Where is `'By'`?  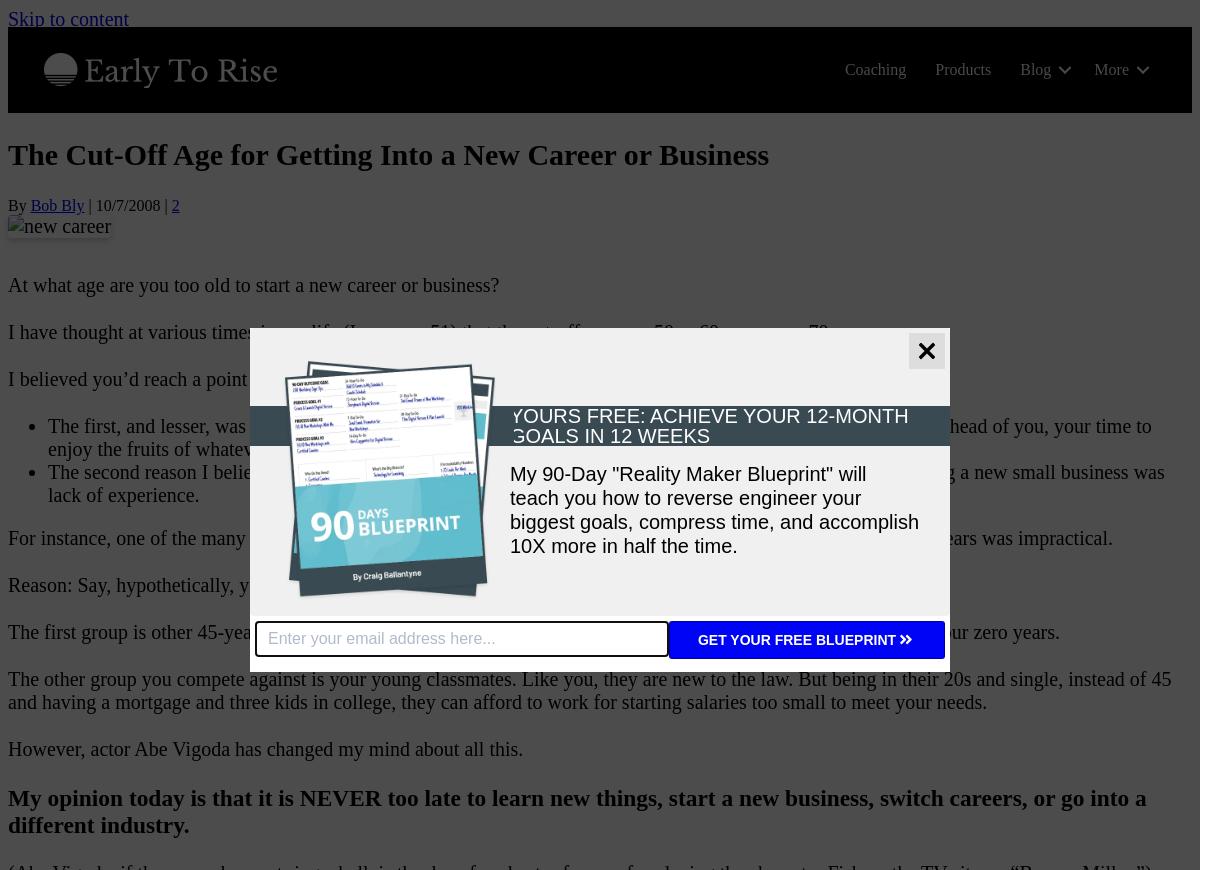 'By' is located at coordinates (19, 203).